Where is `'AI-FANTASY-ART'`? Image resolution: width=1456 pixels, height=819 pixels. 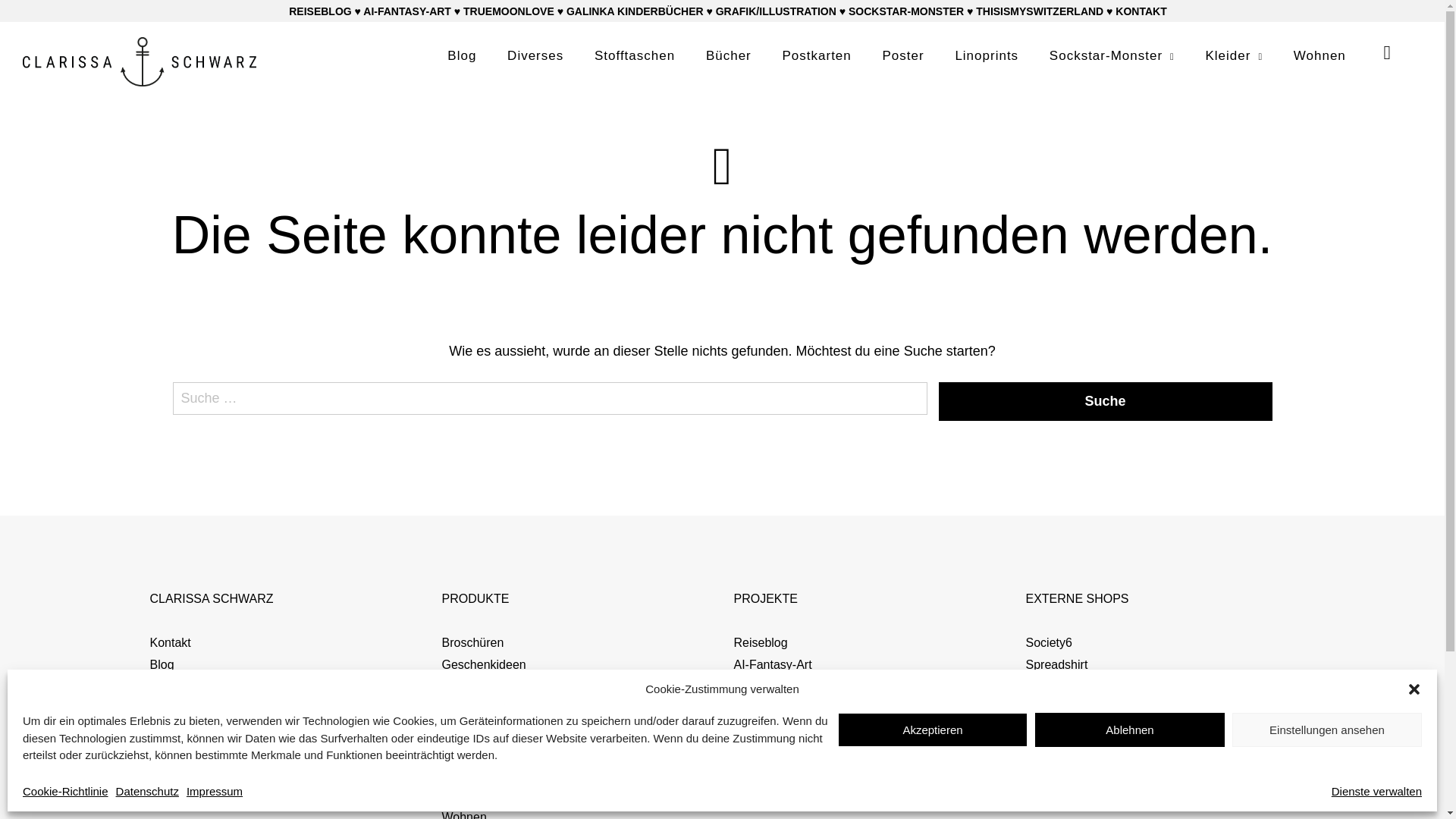 'AI-FANTASY-ART' is located at coordinates (362, 11).